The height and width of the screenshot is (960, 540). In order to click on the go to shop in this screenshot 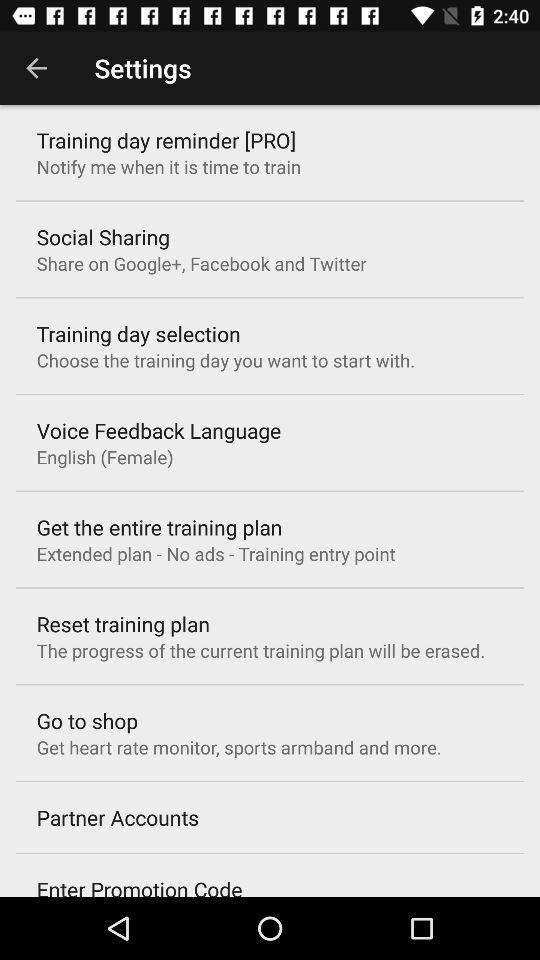, I will do `click(86, 720)`.